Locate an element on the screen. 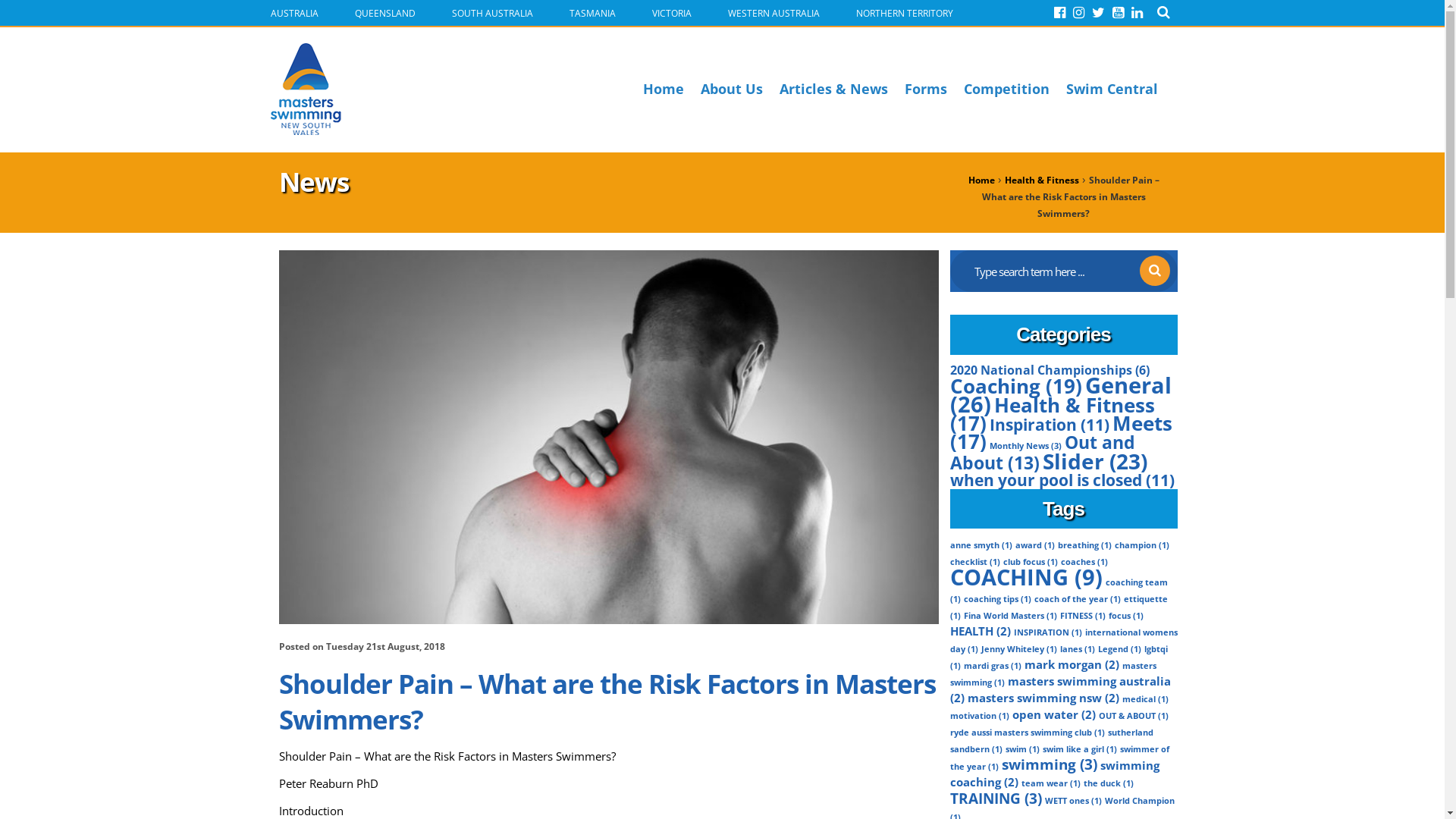  'when your pool is closed (11)' is located at coordinates (1061, 479).